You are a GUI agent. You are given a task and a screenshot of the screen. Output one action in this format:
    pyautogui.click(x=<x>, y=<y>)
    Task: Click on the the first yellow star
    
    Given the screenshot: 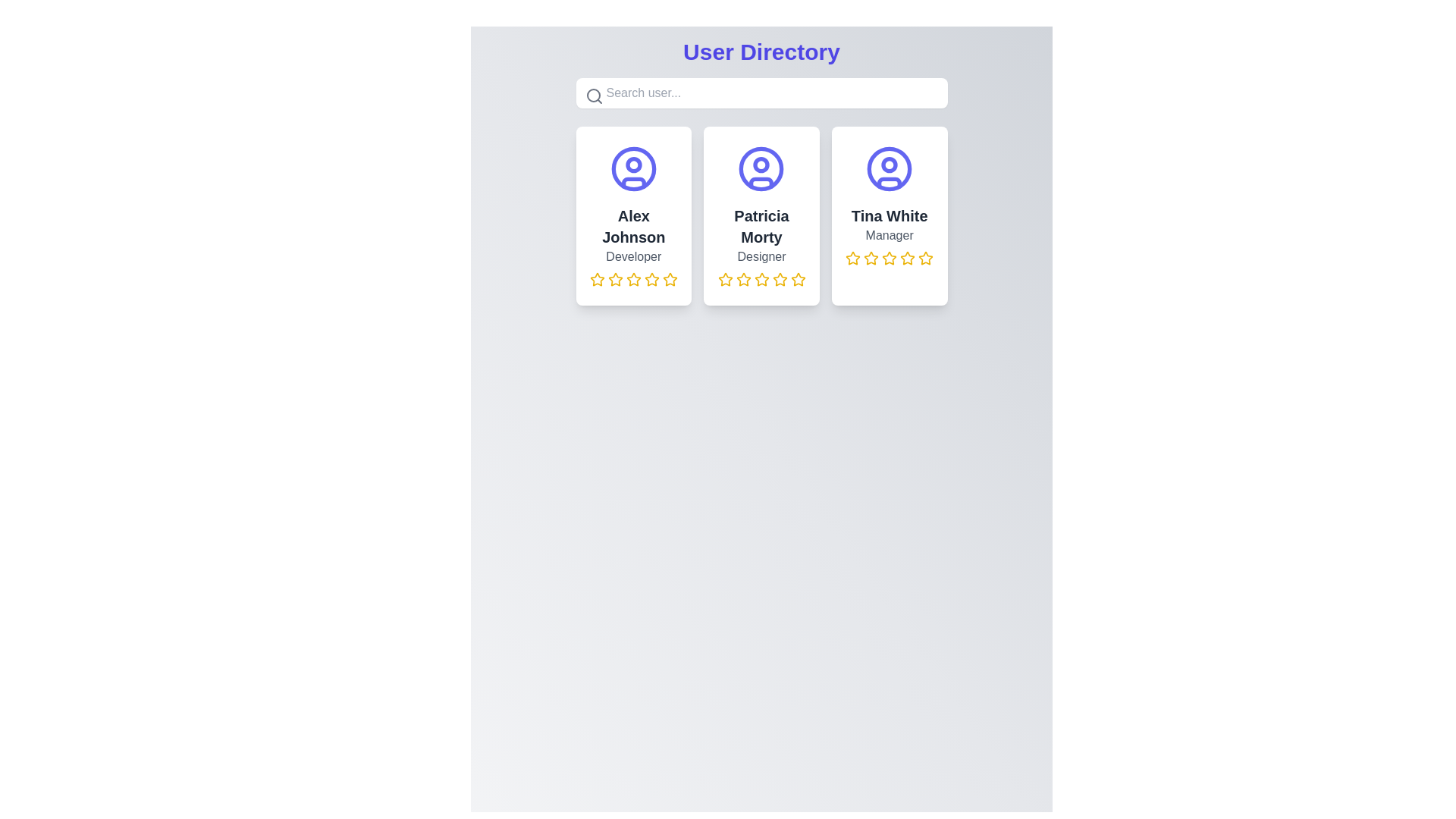 What is the action you would take?
    pyautogui.click(x=853, y=257)
    